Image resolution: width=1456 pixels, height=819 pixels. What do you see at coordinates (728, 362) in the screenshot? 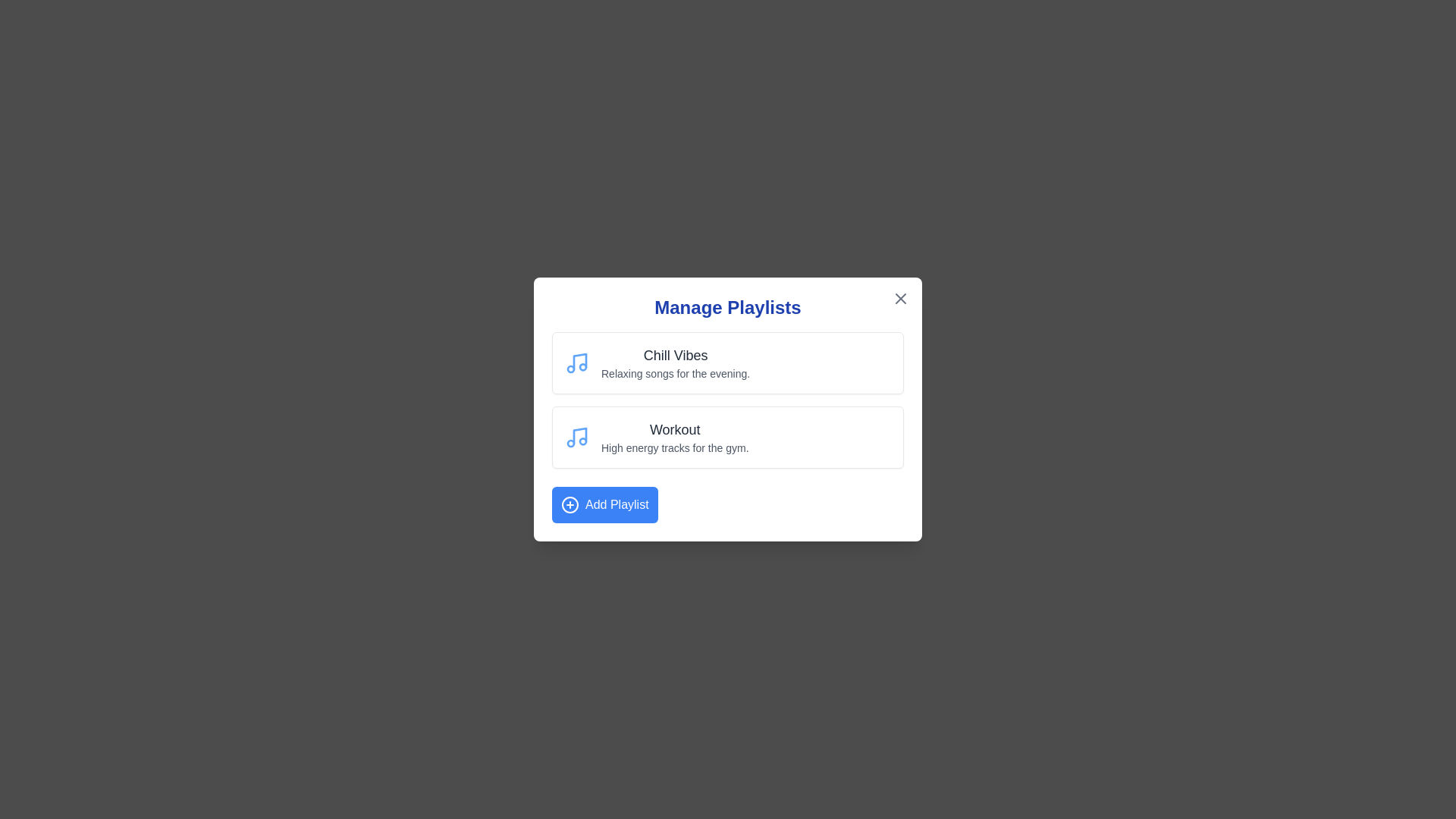
I see `the first playlist item in the 'Manage Playlists' modal` at bounding box center [728, 362].